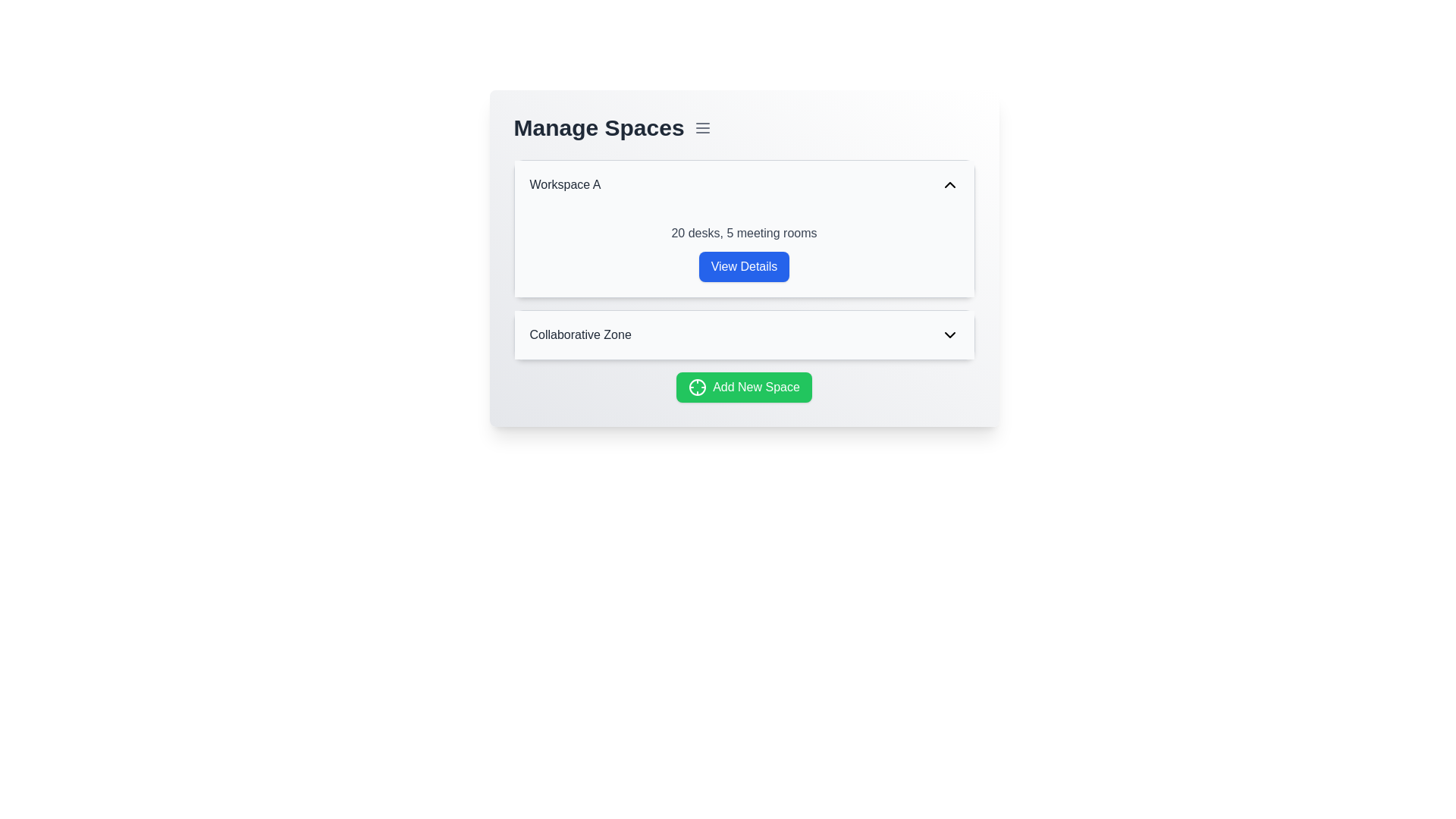 The height and width of the screenshot is (819, 1456). Describe the element at coordinates (744, 386) in the screenshot. I see `the button at the bottom of the 'Manage Spaces' card` at that location.